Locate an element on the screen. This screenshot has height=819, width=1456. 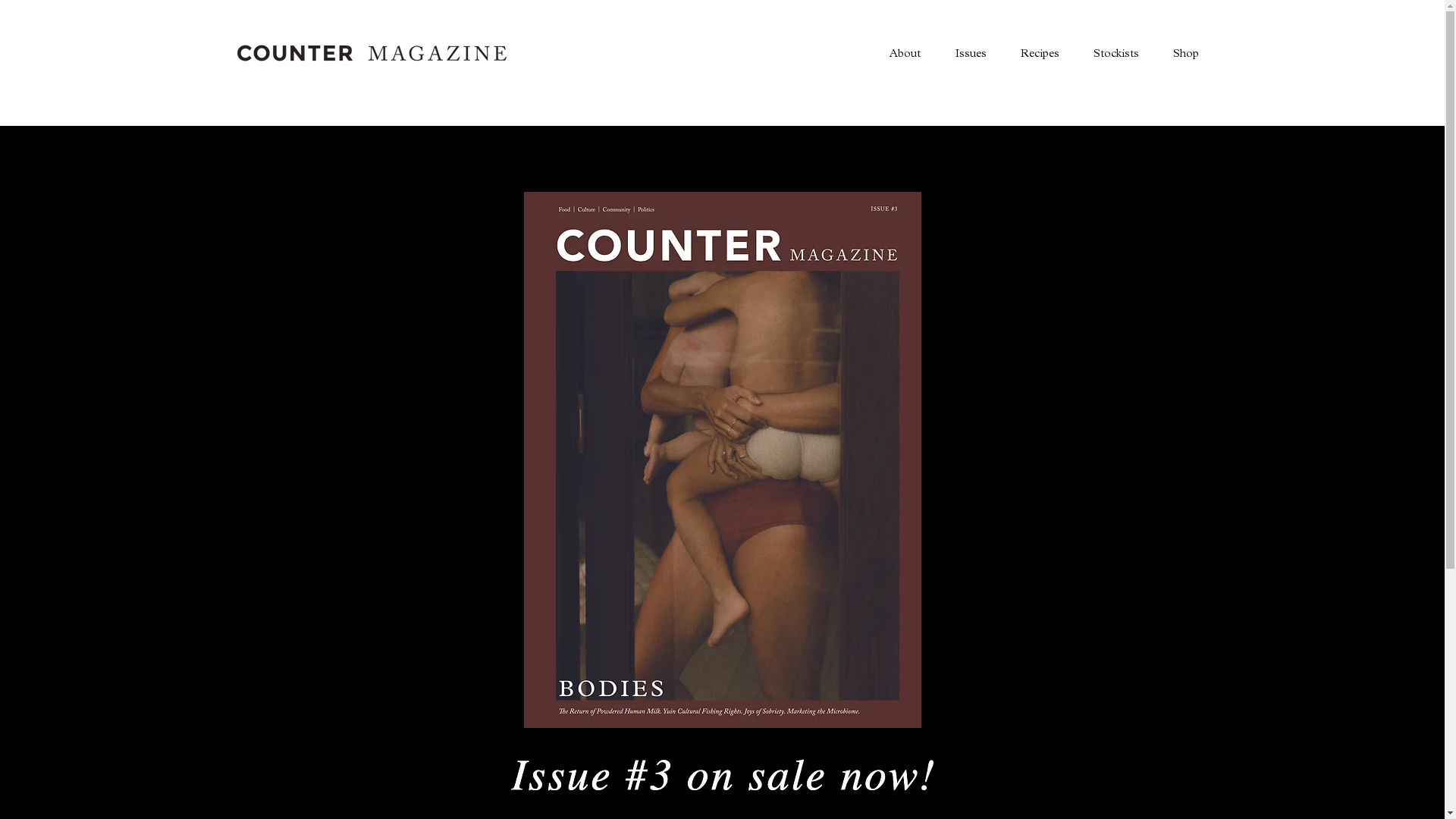
'Shop' is located at coordinates (1185, 52).